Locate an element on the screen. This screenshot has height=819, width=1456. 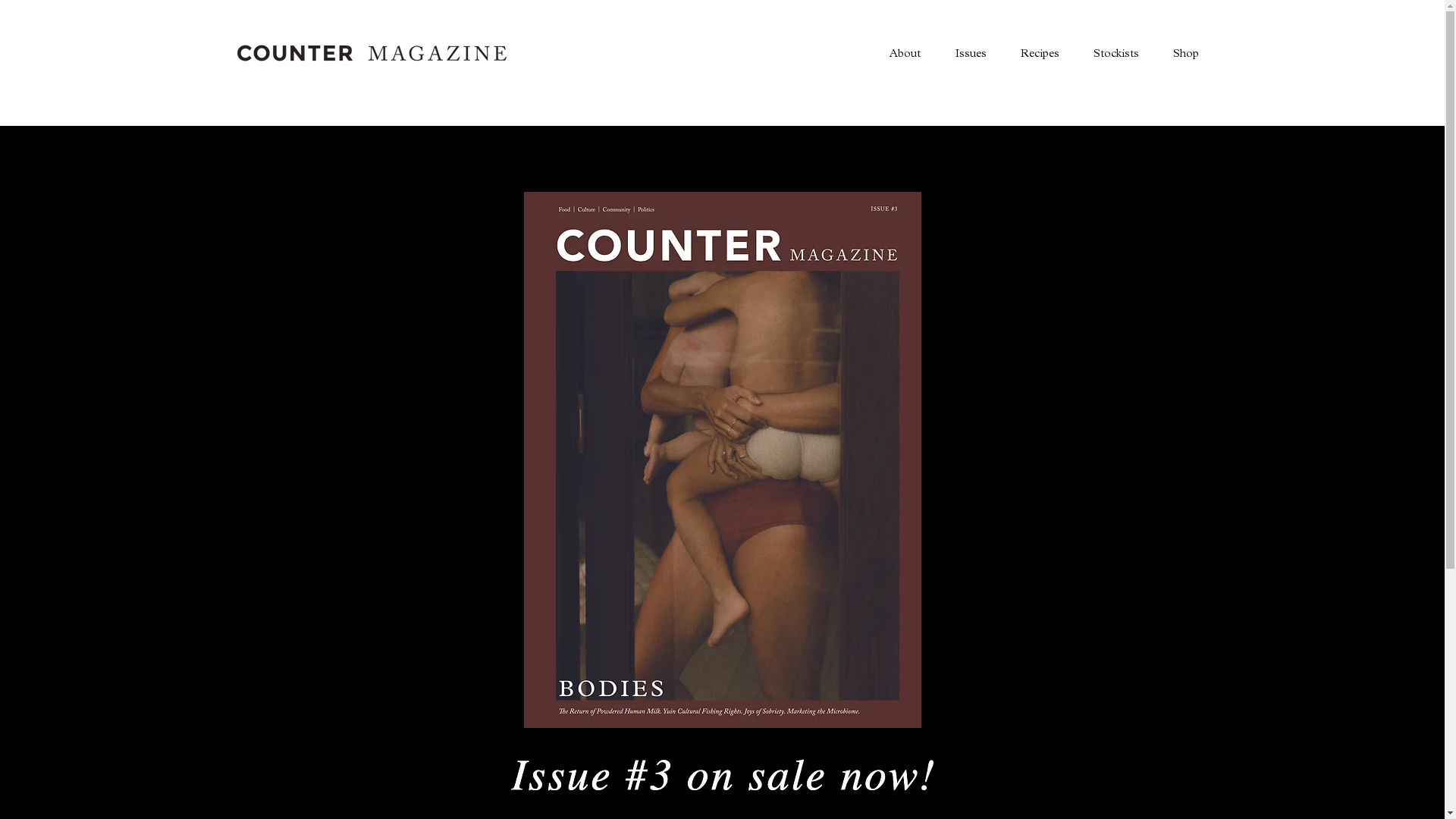
'Shop' is located at coordinates (1185, 52).